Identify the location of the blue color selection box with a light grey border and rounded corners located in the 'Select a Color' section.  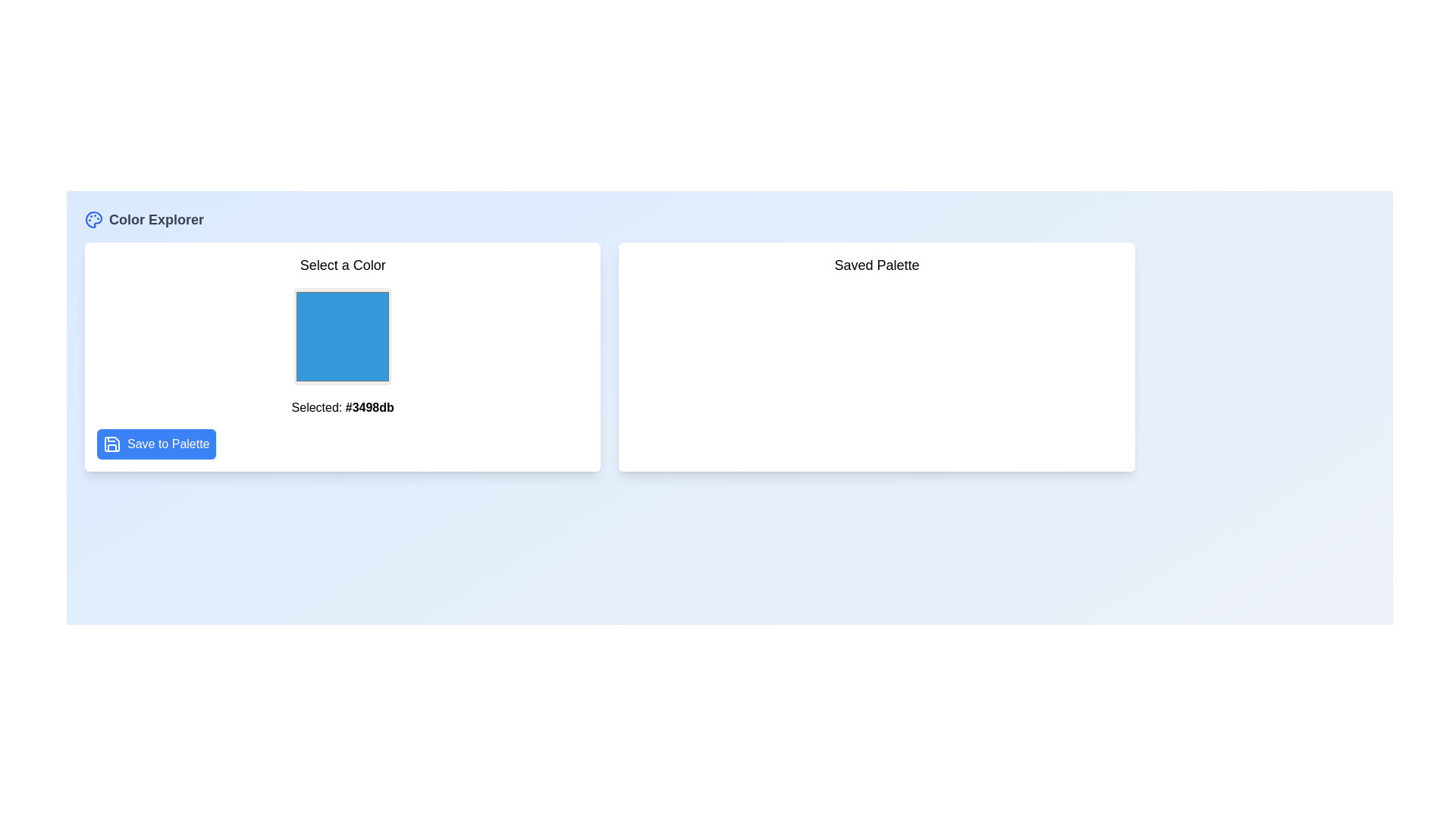
(342, 335).